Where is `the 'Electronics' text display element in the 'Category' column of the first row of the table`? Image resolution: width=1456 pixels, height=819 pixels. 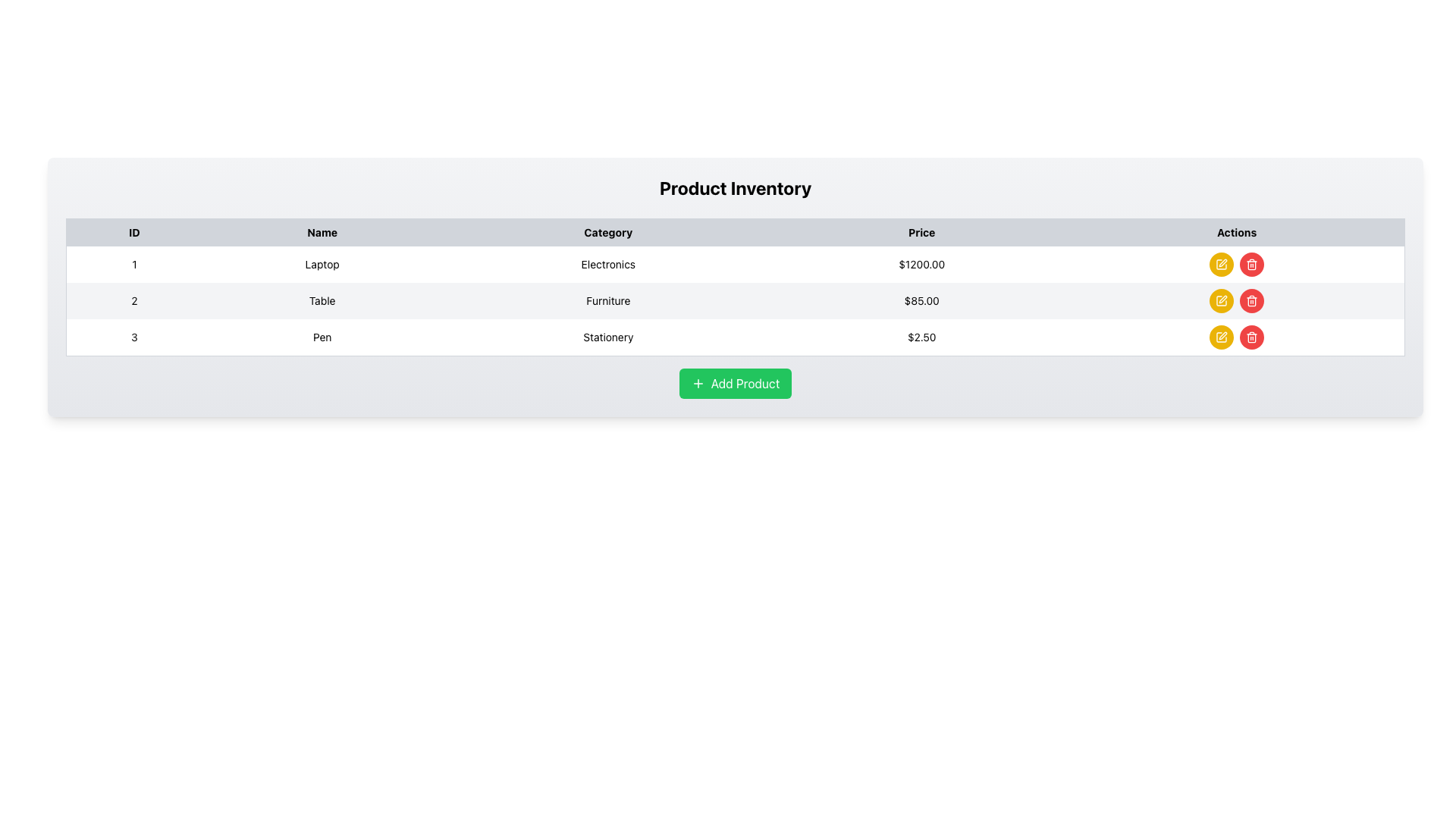 the 'Electronics' text display element in the 'Category' column of the first row of the table is located at coordinates (608, 263).